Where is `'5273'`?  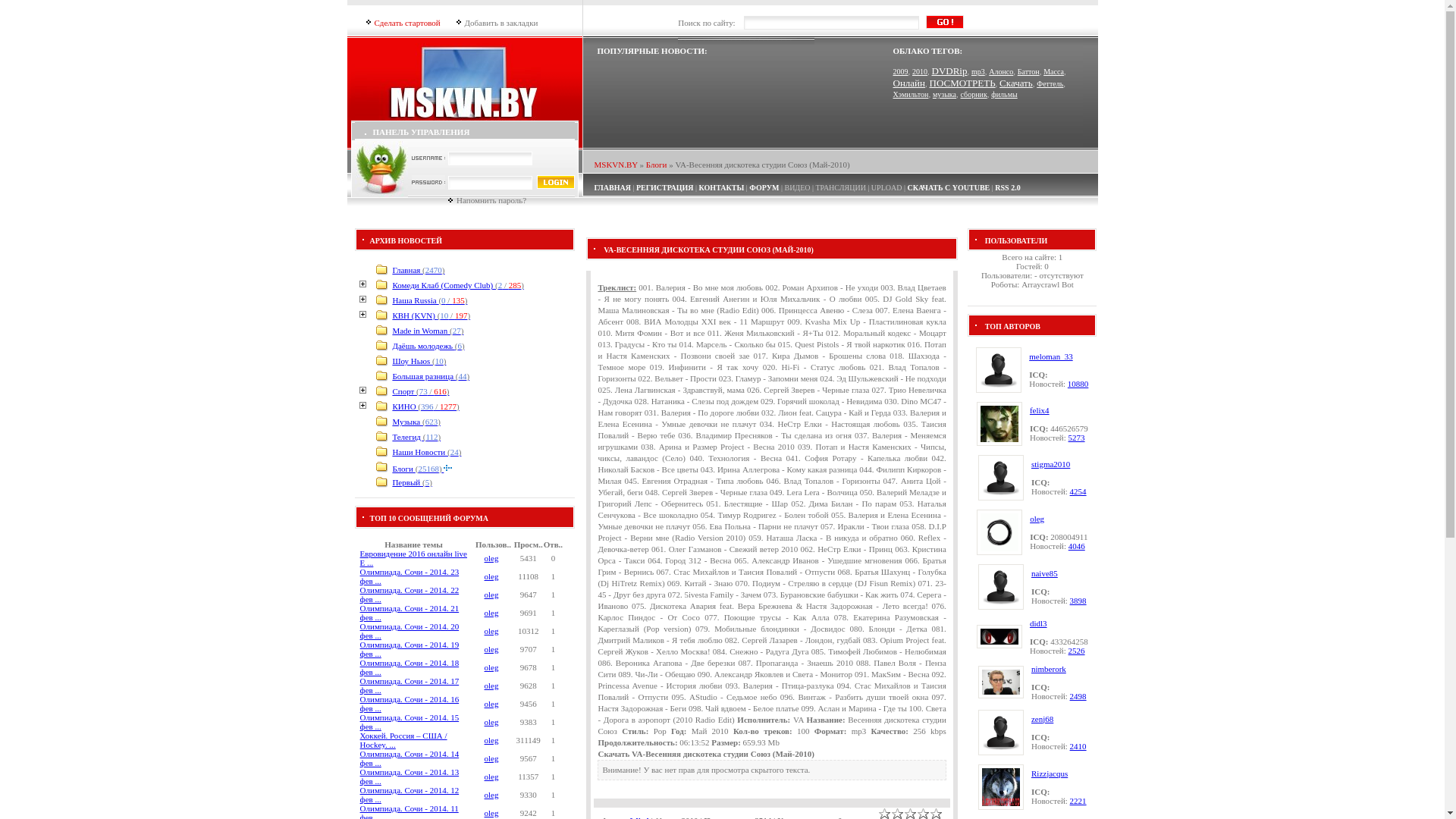
'5273' is located at coordinates (1076, 438).